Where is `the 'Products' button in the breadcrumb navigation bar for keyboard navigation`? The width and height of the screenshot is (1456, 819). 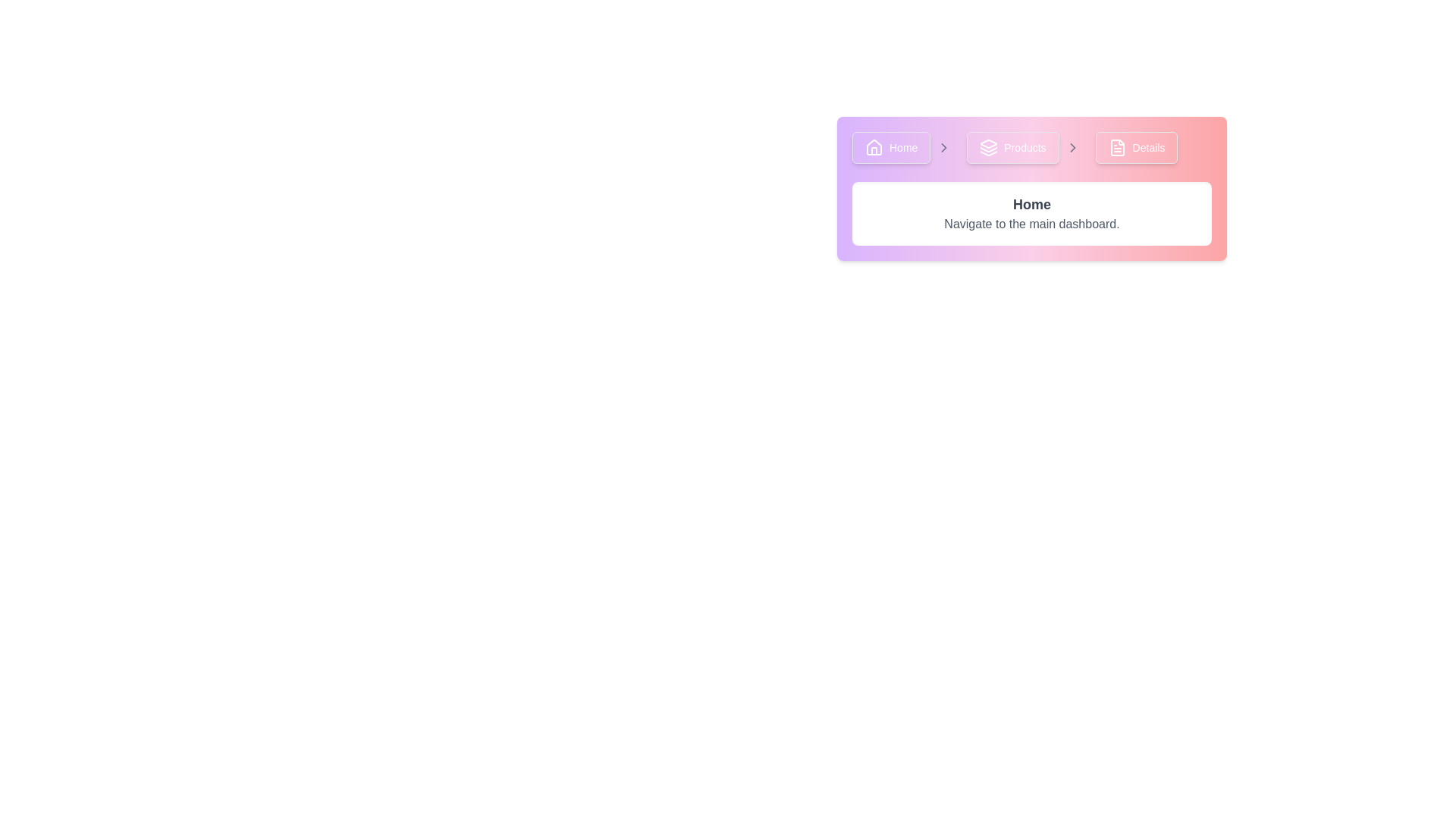 the 'Products' button in the breadcrumb navigation bar for keyboard navigation is located at coordinates (1026, 148).